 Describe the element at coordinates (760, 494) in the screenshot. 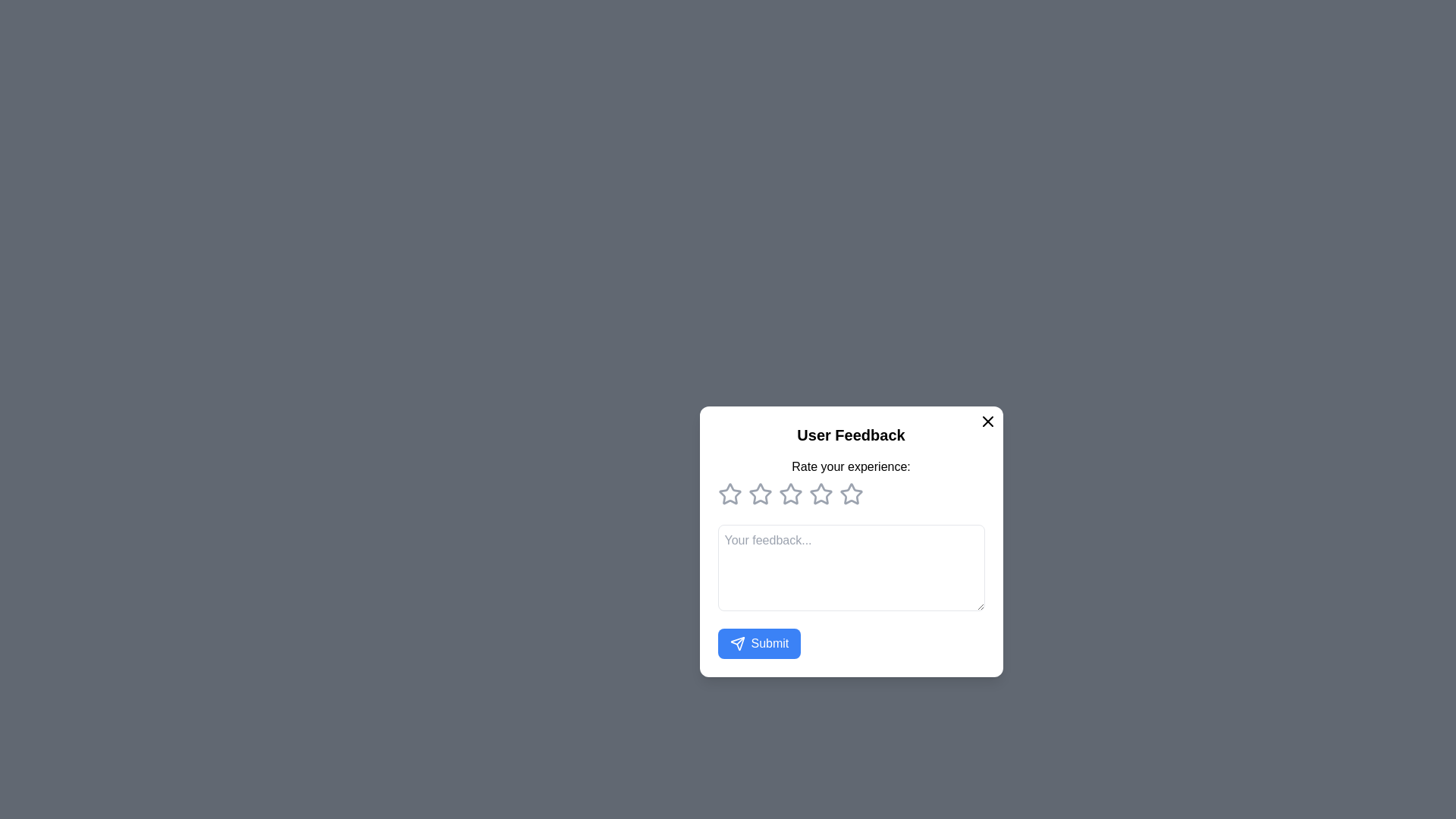

I see `the second star icon in the horizontal sequence of five, which is styled with a gray outline` at that location.